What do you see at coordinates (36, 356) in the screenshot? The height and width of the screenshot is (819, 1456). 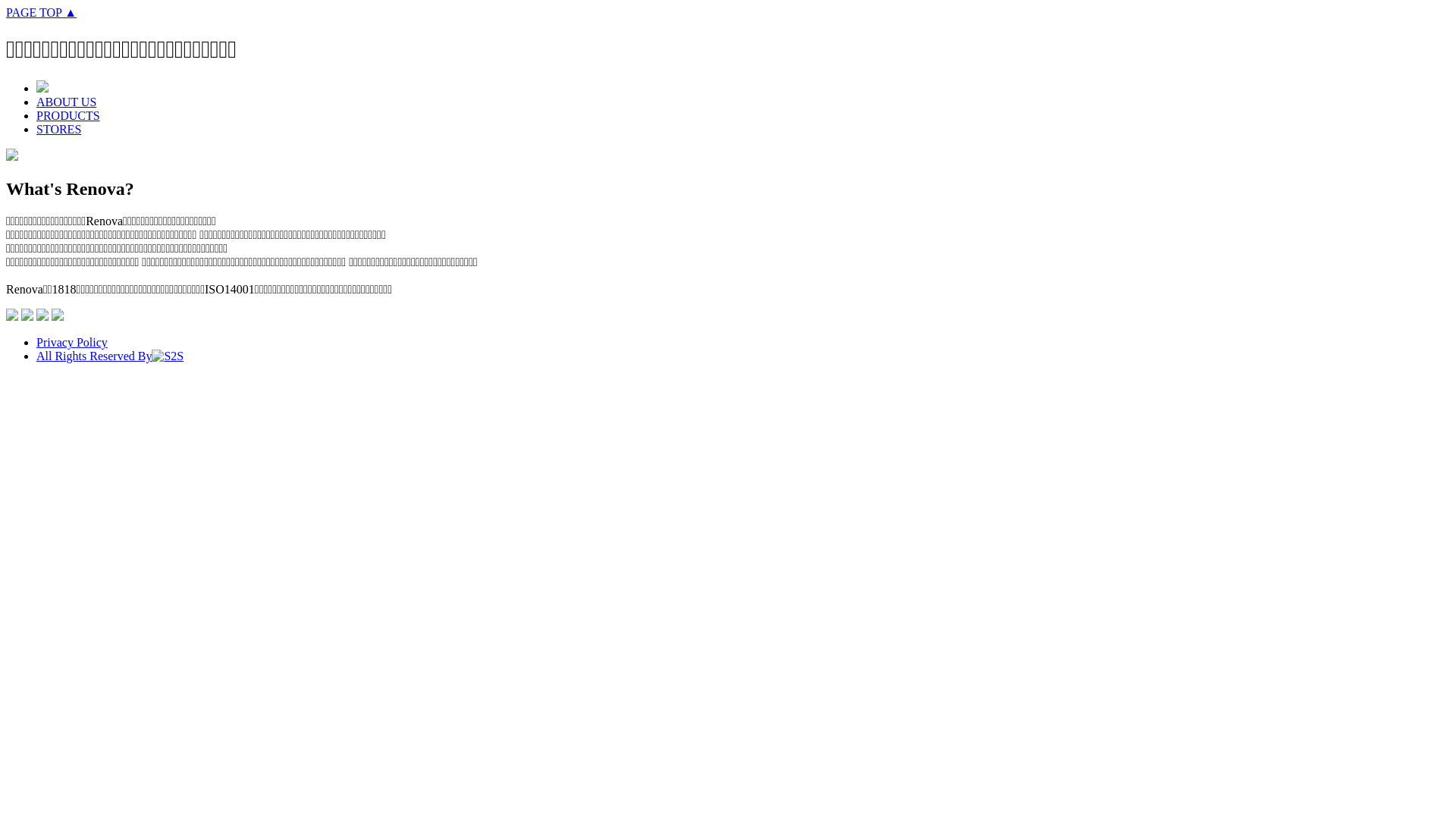 I see `'All Rights Reserved By'` at bounding box center [36, 356].